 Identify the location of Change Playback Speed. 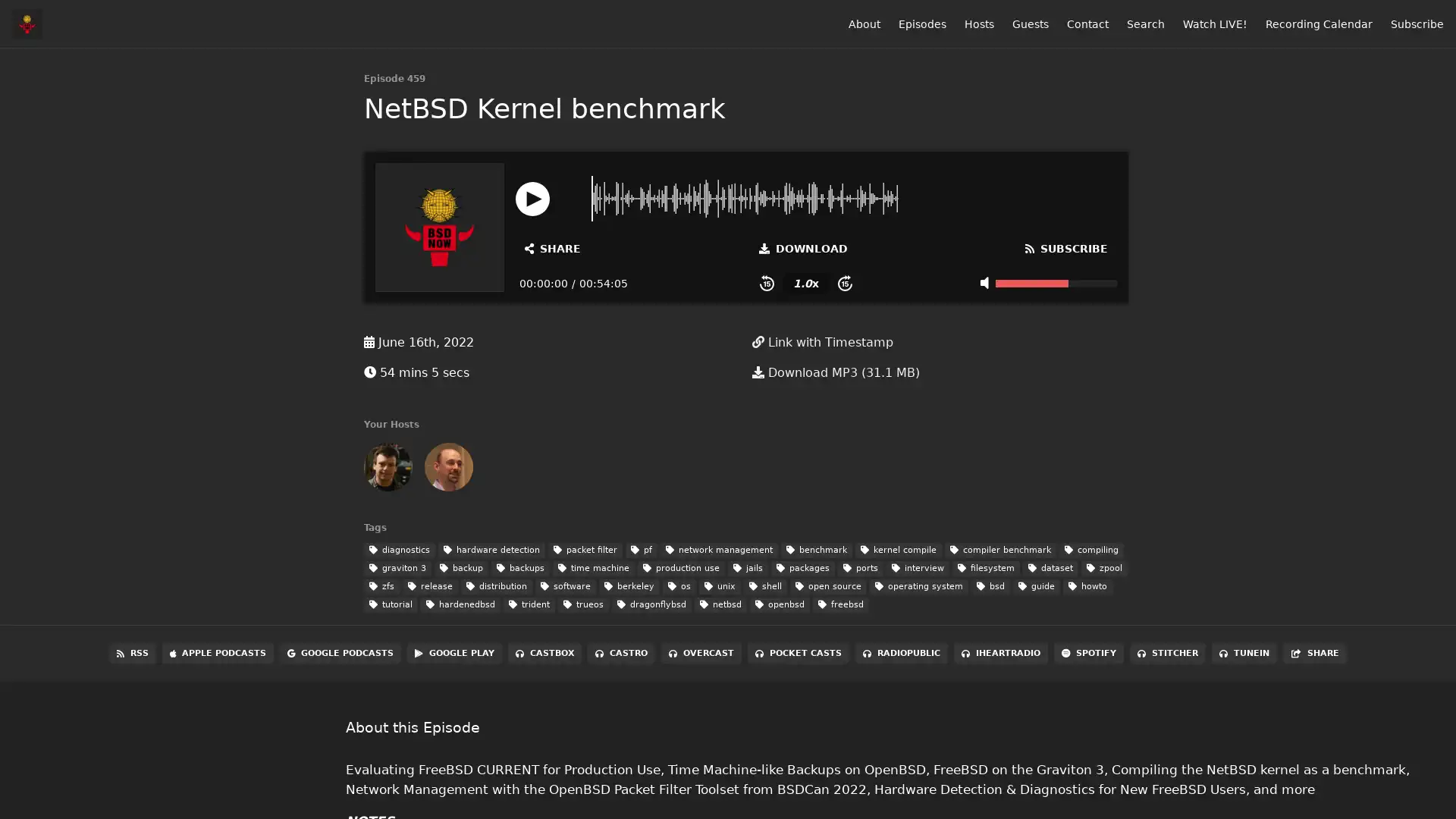
(805, 283).